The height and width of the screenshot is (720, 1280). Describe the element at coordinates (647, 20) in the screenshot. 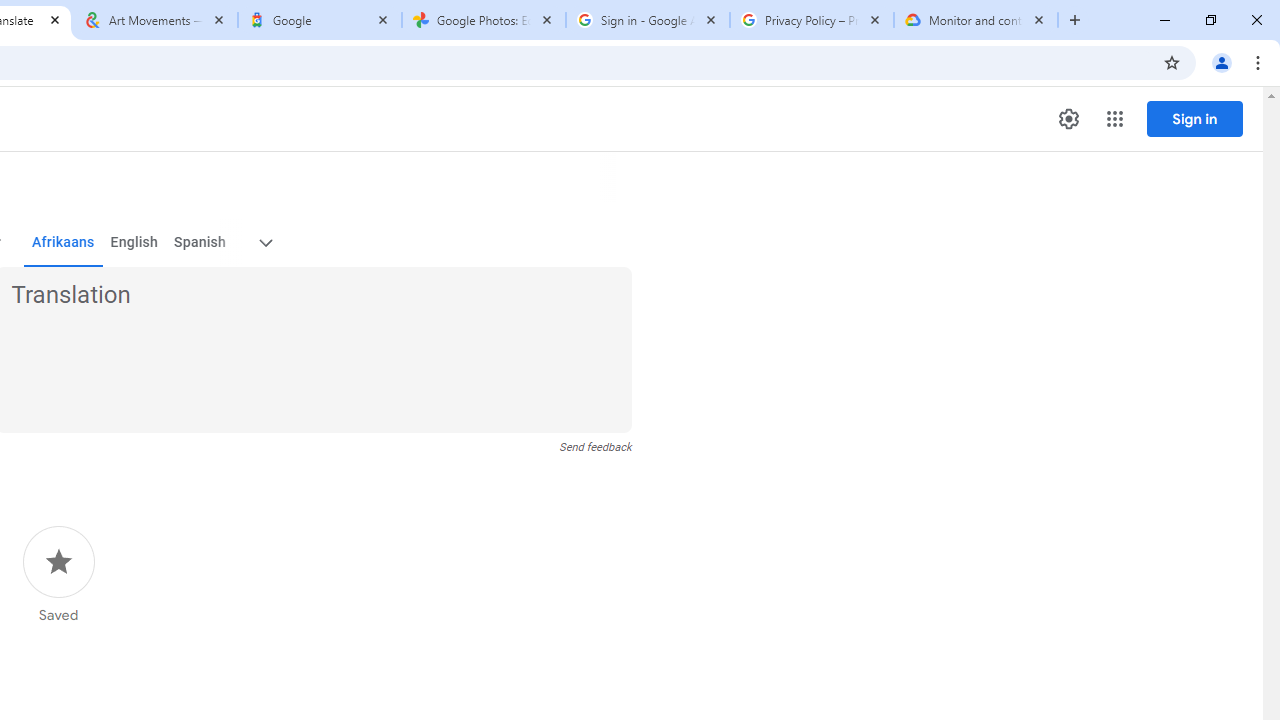

I see `'Sign in - Google Accounts'` at that location.